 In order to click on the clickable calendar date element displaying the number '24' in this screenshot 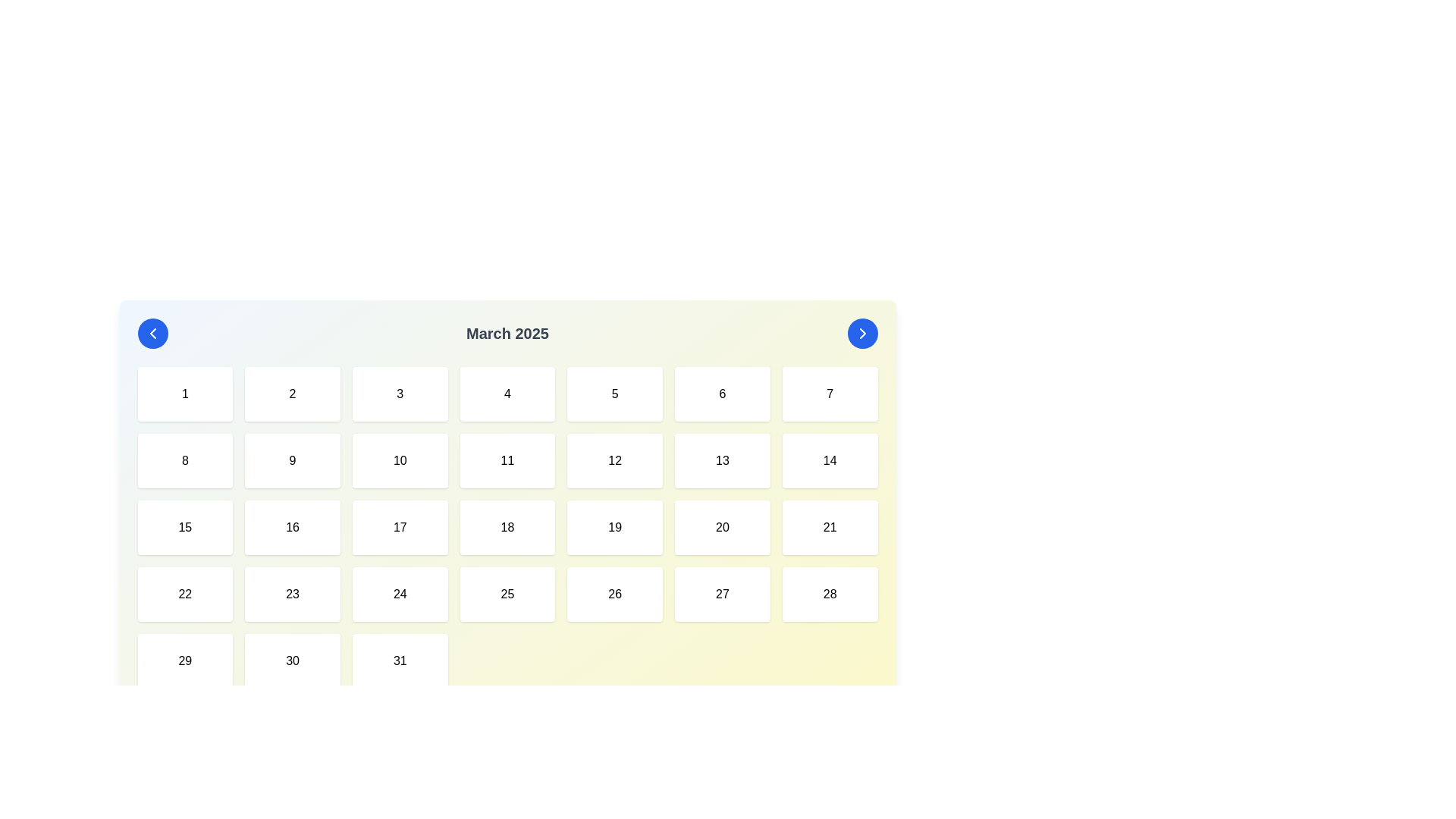, I will do `click(400, 593)`.